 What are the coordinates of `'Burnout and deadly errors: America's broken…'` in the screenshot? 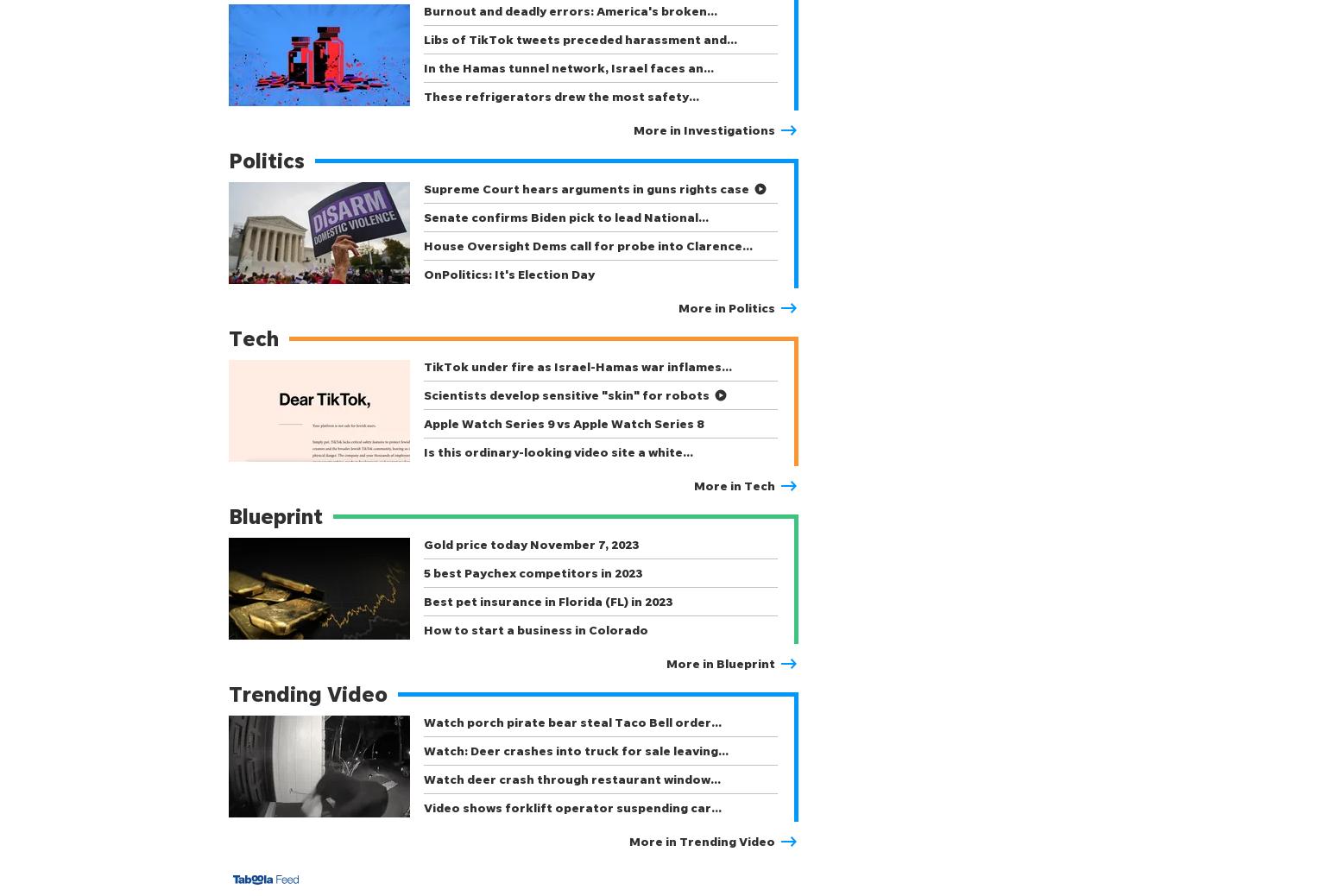 It's located at (570, 9).